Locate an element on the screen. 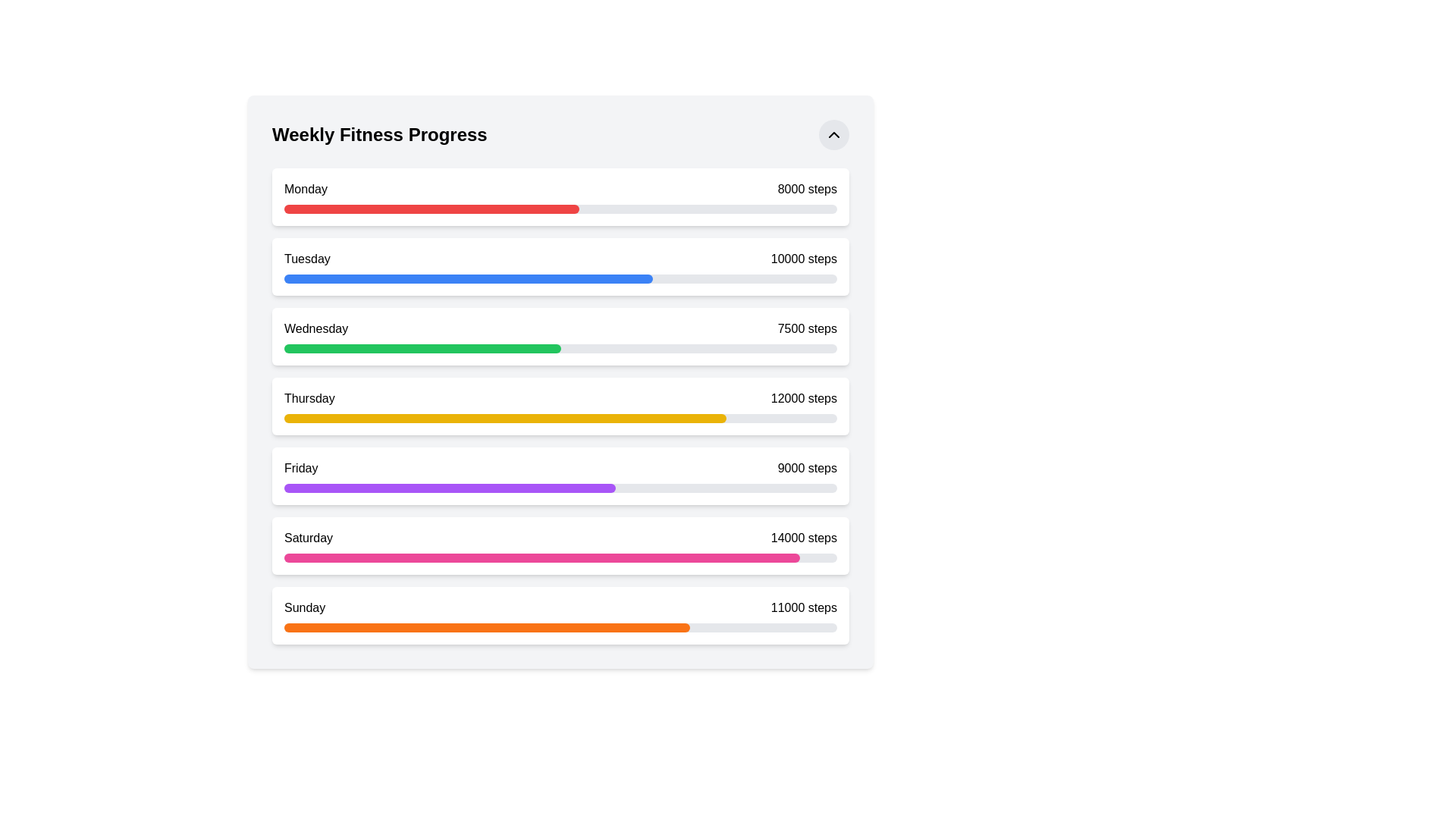 This screenshot has width=1456, height=819. the 'Tuesday' label in the weekly progress tracker interface, which indicates the day of the week and is left-aligned in its row is located at coordinates (306, 259).